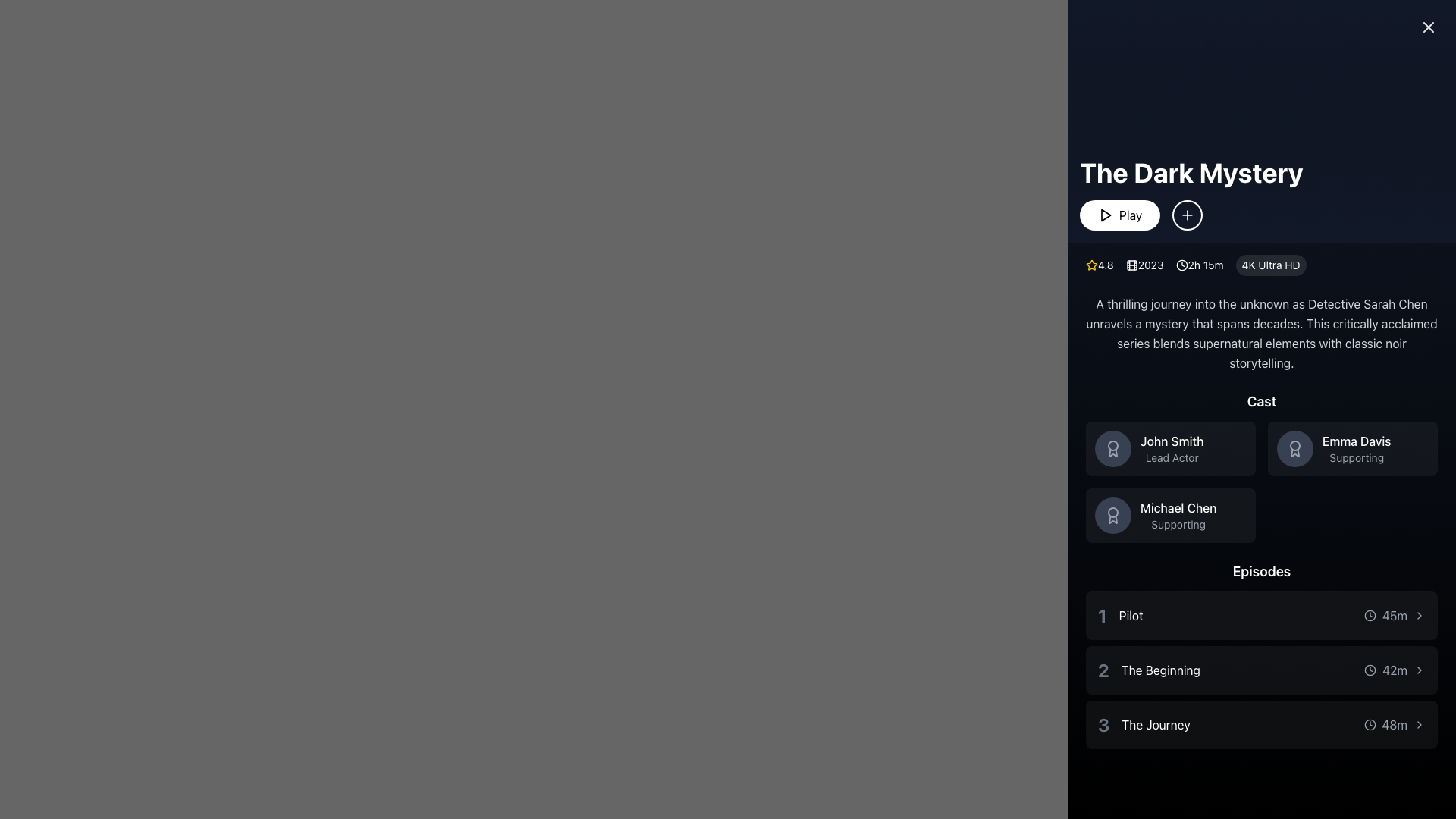 The height and width of the screenshot is (819, 1456). I want to click on text label displaying the duration of the episode located to the right of 'The Beginning' episode title and following the clock icon, so click(1395, 669).